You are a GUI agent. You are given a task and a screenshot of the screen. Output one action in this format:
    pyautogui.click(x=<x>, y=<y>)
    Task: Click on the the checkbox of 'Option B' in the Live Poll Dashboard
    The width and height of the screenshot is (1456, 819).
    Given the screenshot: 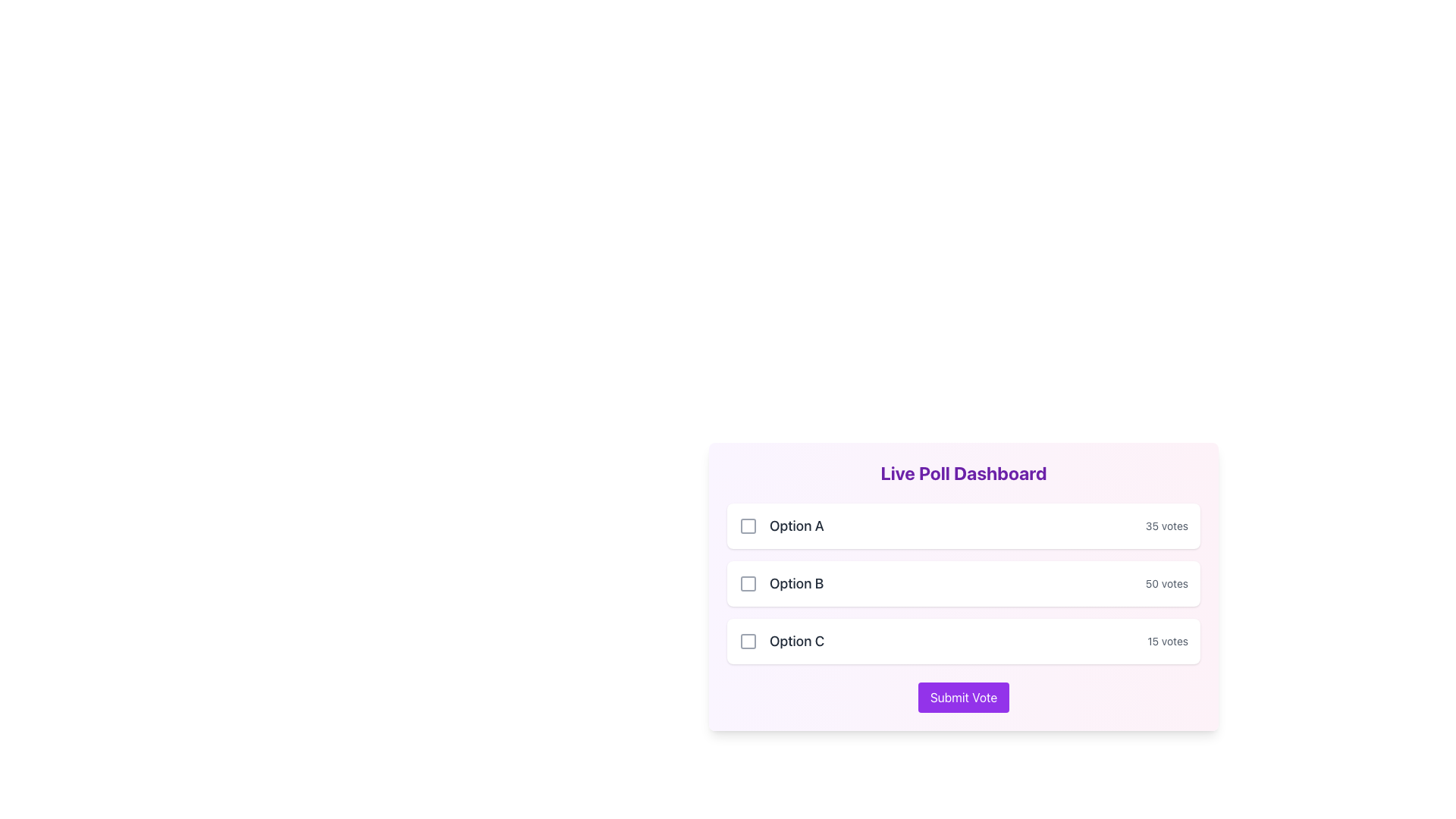 What is the action you would take?
    pyautogui.click(x=963, y=583)
    